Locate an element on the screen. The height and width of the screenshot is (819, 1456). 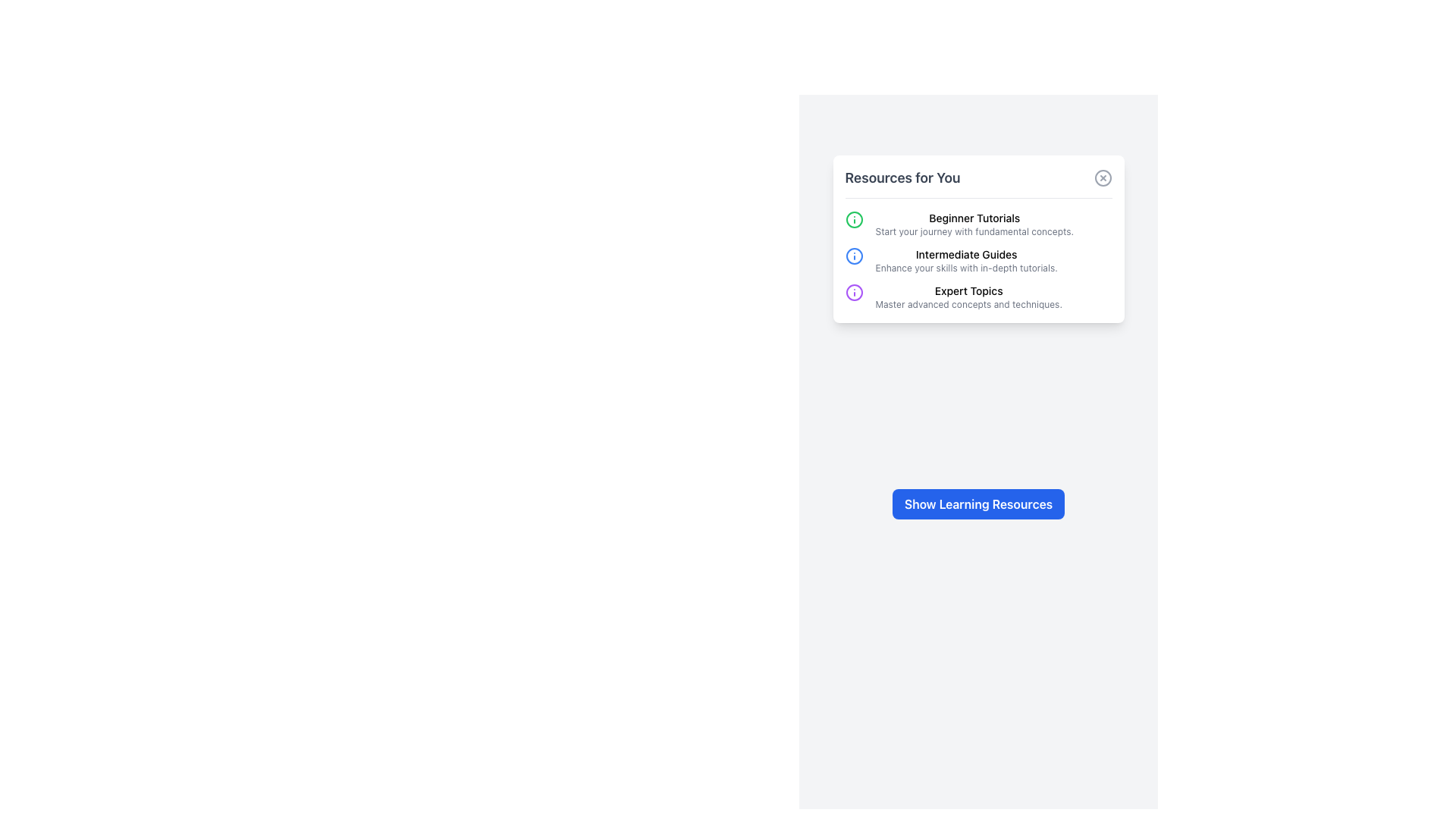
the second item in the vertical list titled 'Resources for You' is located at coordinates (965, 259).